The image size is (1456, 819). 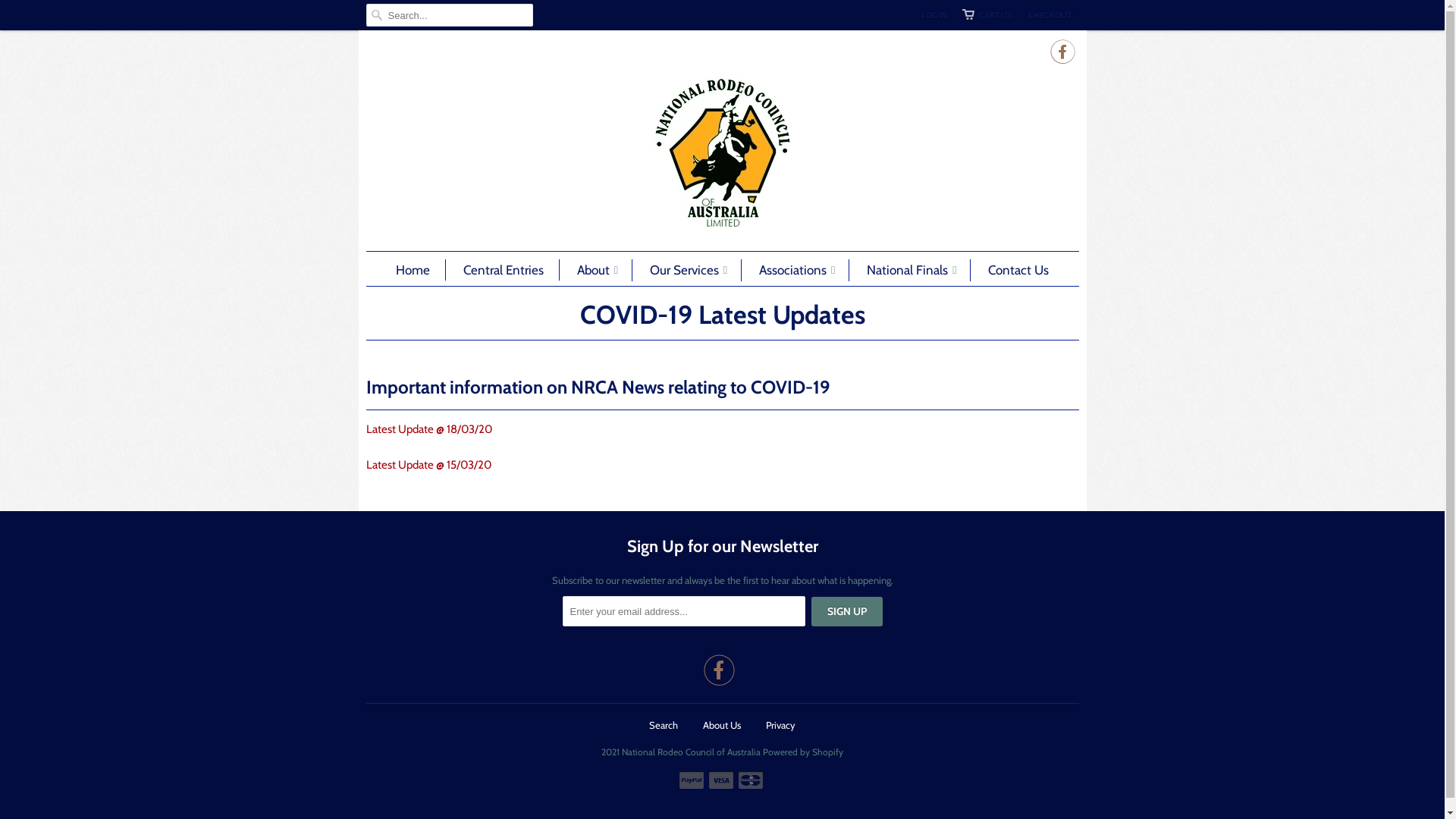 I want to click on 'Search', so click(x=663, y=724).